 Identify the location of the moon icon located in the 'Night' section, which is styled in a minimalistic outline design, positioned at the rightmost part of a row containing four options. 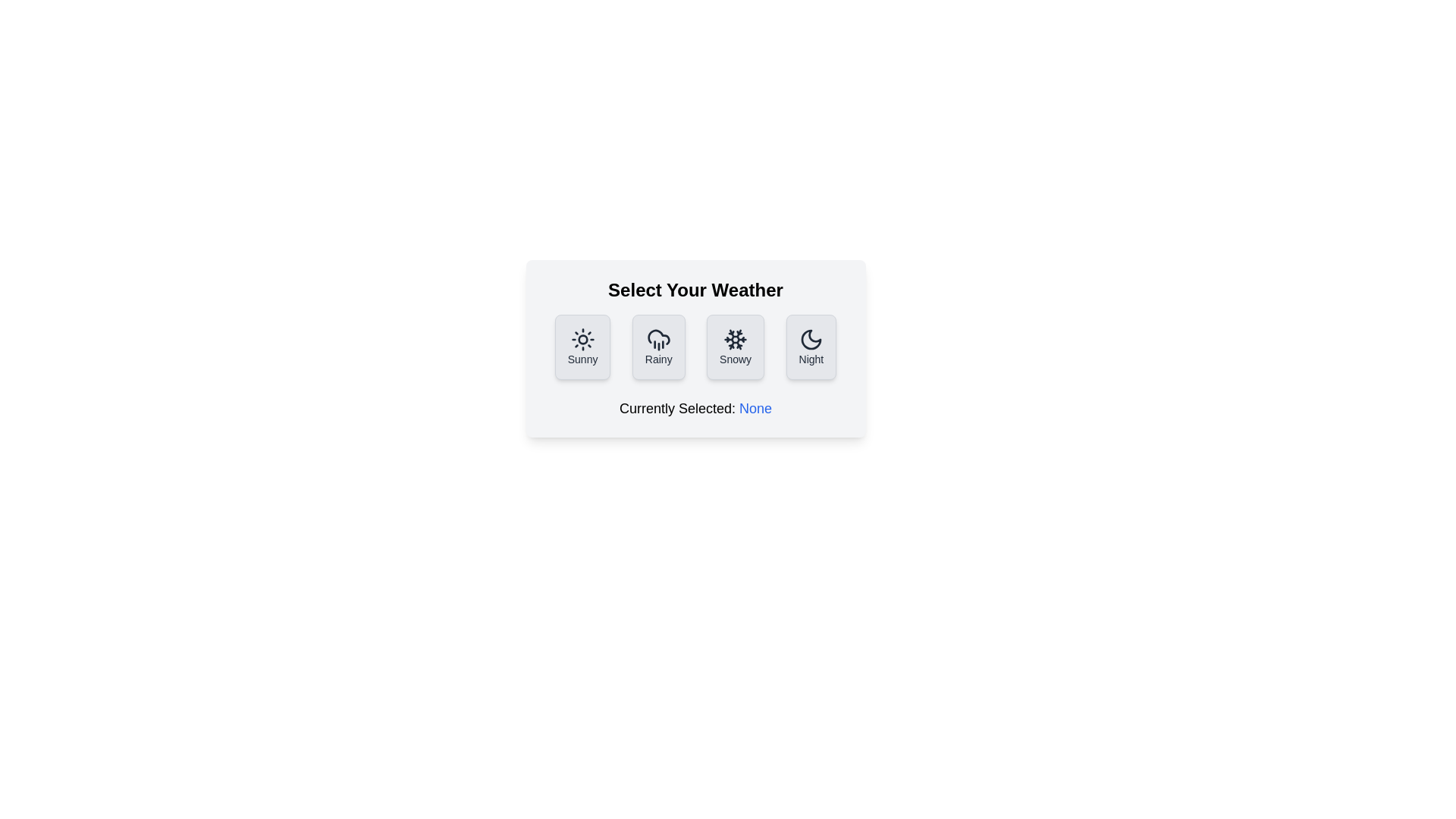
(810, 338).